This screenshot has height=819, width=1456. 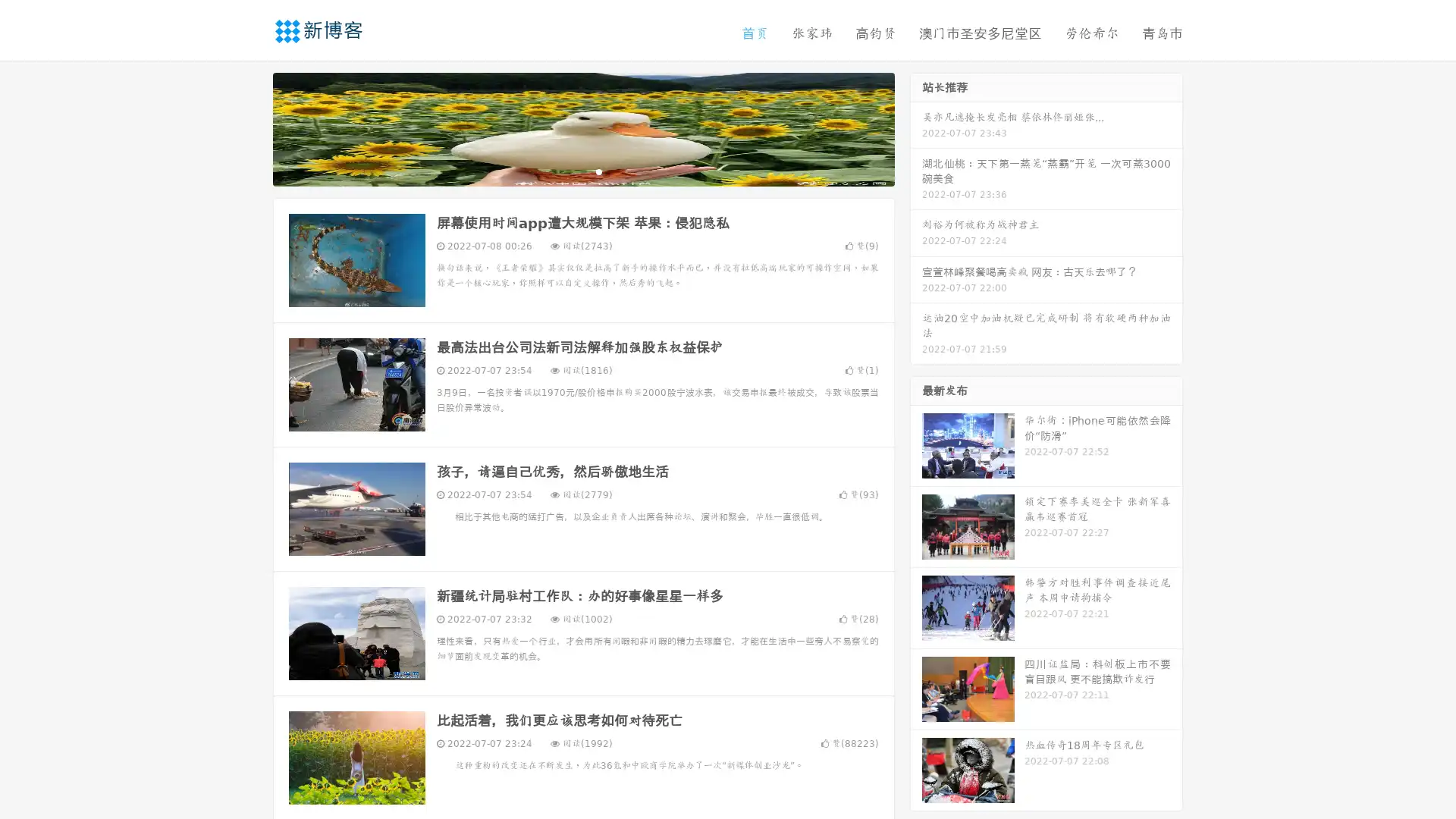 What do you see at coordinates (916, 127) in the screenshot?
I see `Next slide` at bounding box center [916, 127].